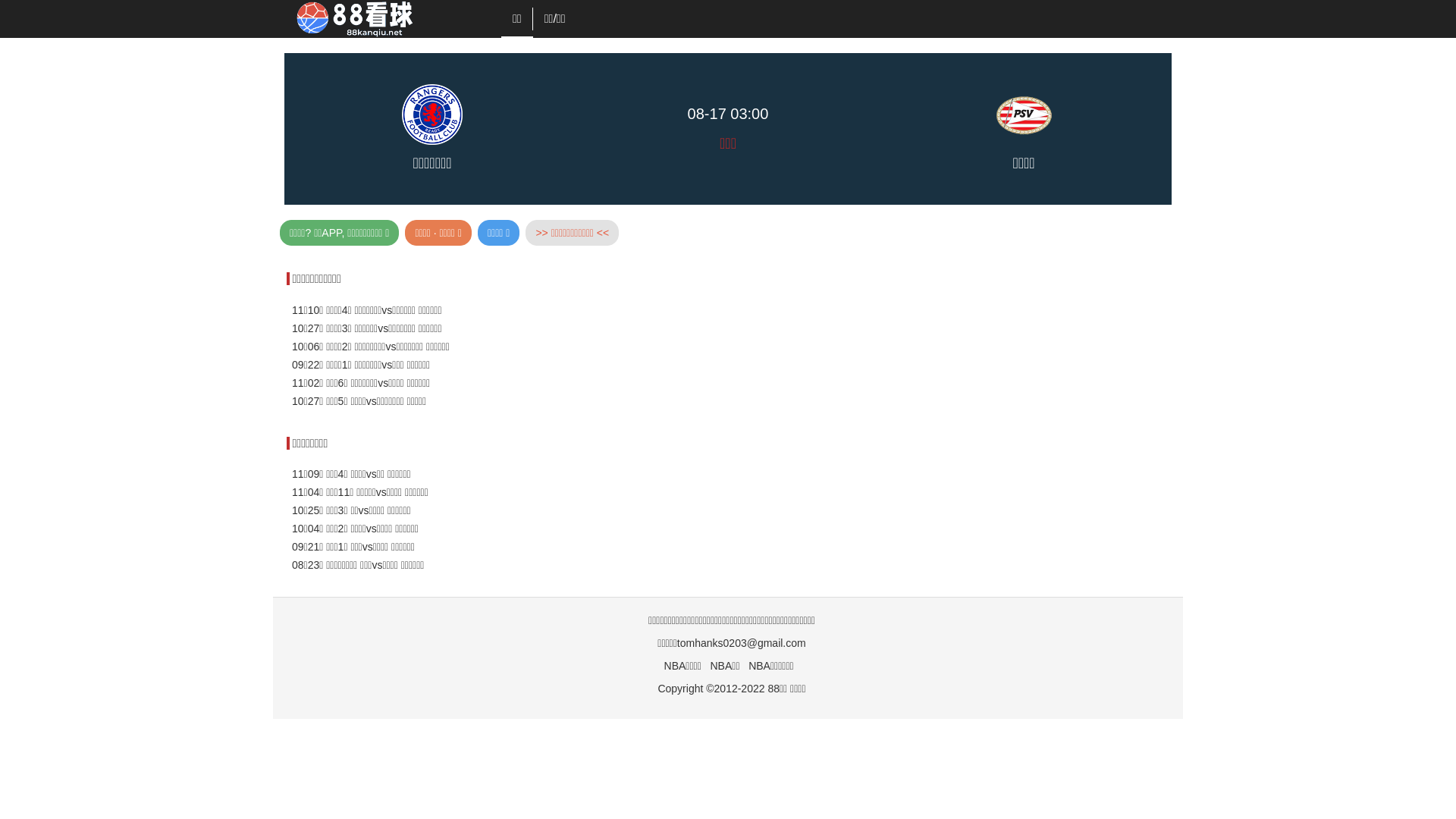 Image resolution: width=1456 pixels, height=819 pixels. I want to click on 'tomhanks0203@gmail.com', so click(742, 643).